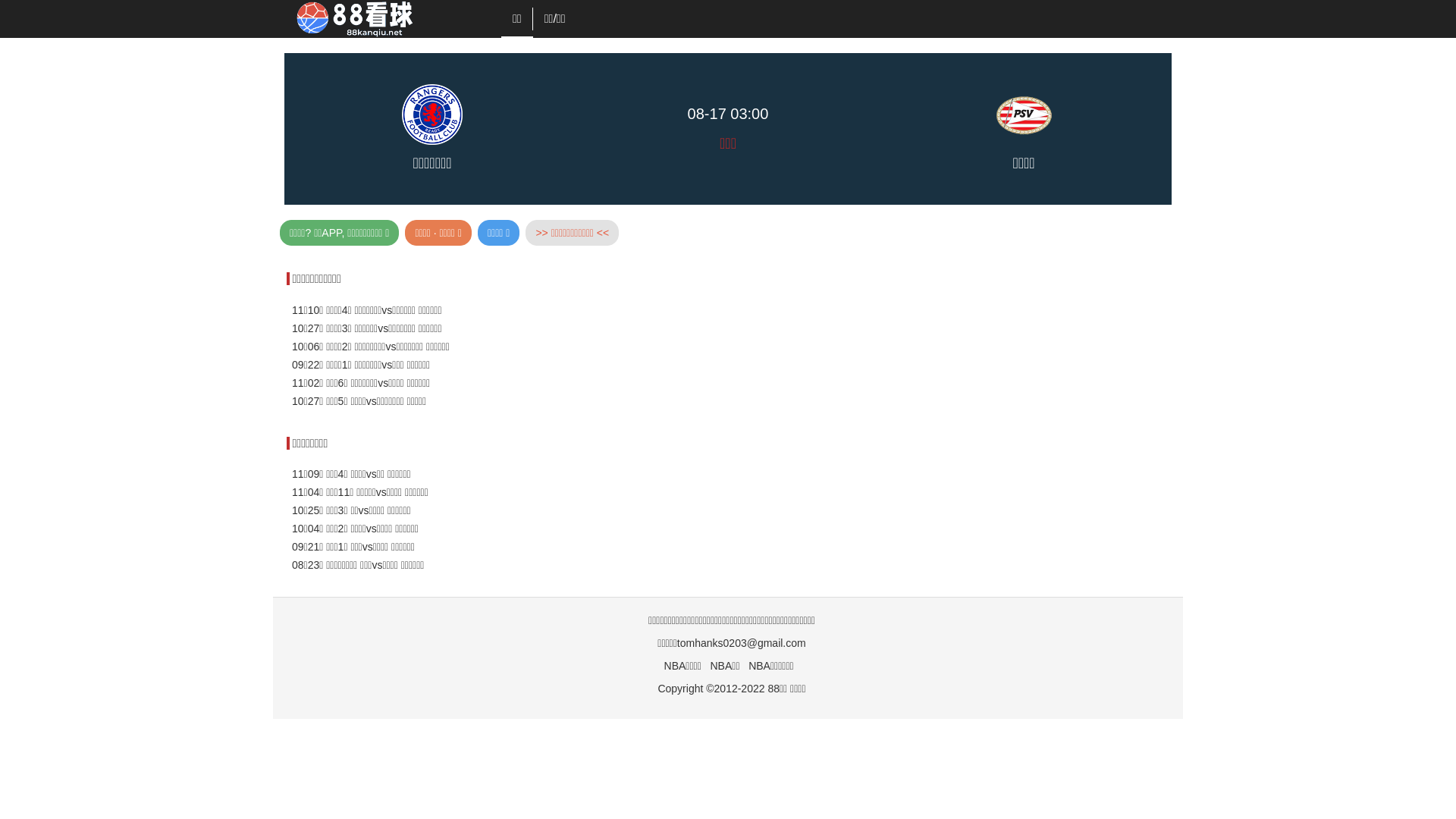 Image resolution: width=1456 pixels, height=819 pixels. I want to click on 'tomhanks0203@gmail.com', so click(742, 643).